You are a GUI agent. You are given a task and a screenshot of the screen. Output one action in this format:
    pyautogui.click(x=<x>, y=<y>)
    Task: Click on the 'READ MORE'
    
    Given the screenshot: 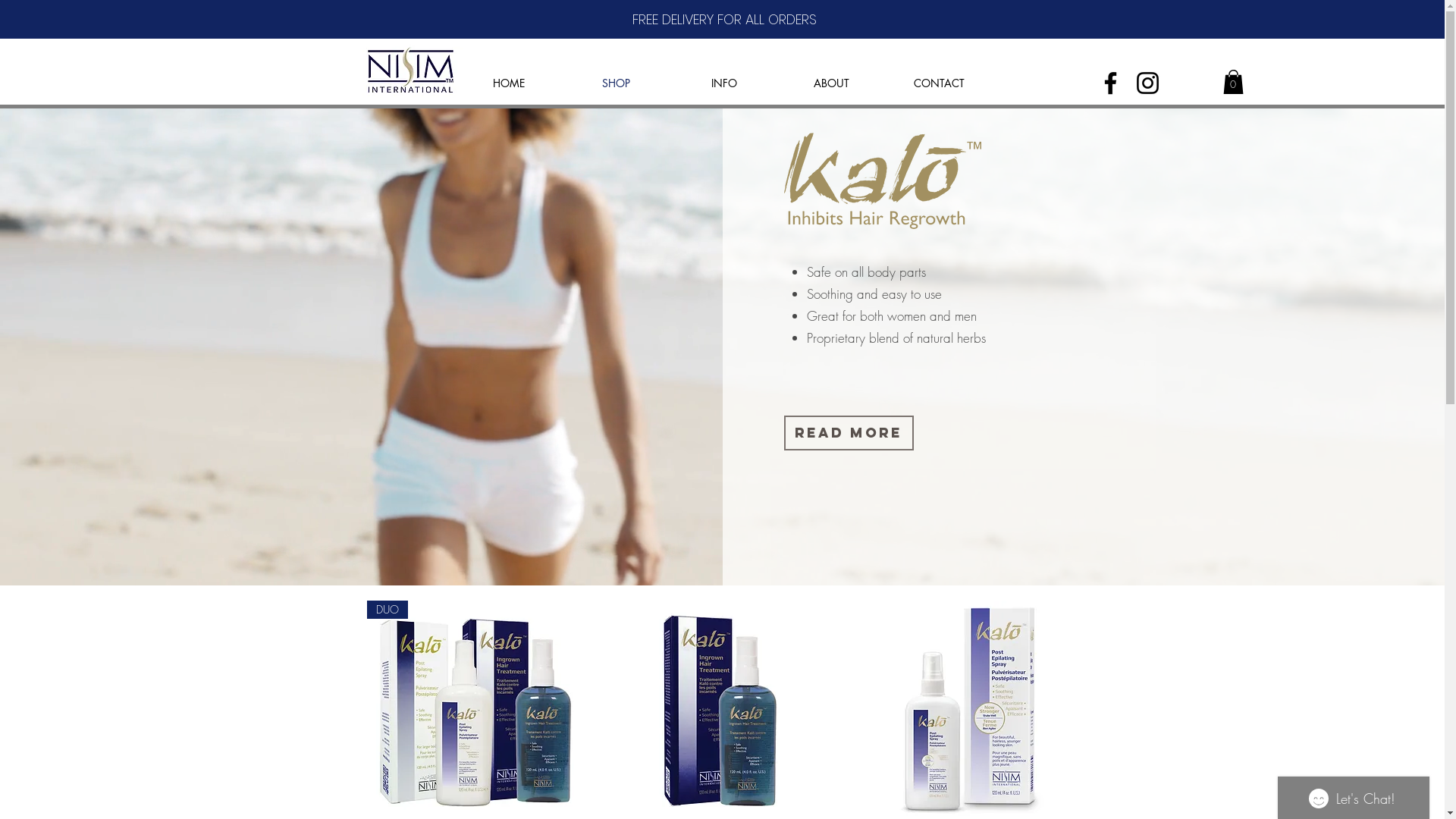 What is the action you would take?
    pyautogui.click(x=848, y=432)
    